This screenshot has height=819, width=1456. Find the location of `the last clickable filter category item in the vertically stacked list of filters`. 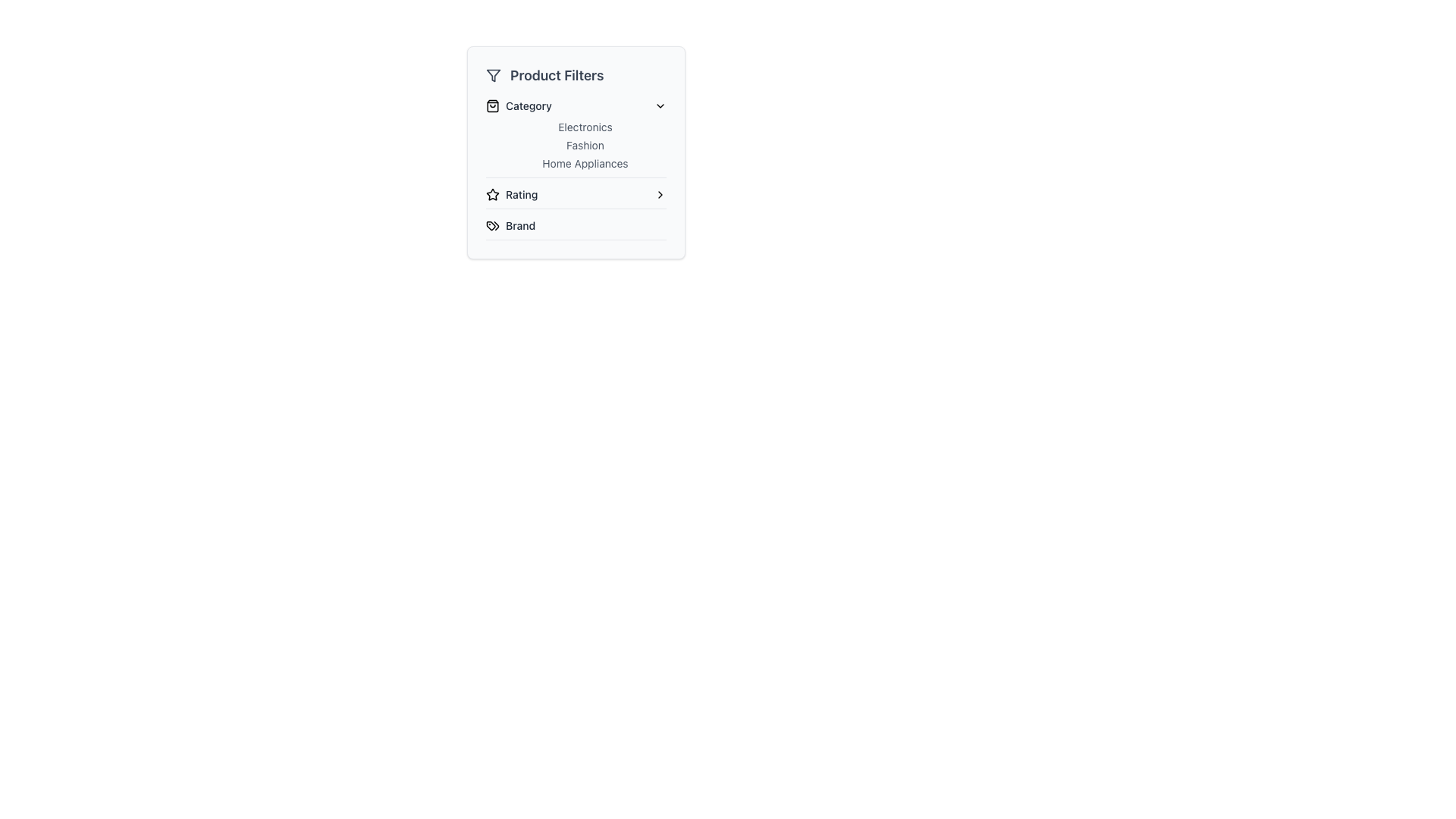

the last clickable filter category item in the vertically stacked list of filters is located at coordinates (575, 229).